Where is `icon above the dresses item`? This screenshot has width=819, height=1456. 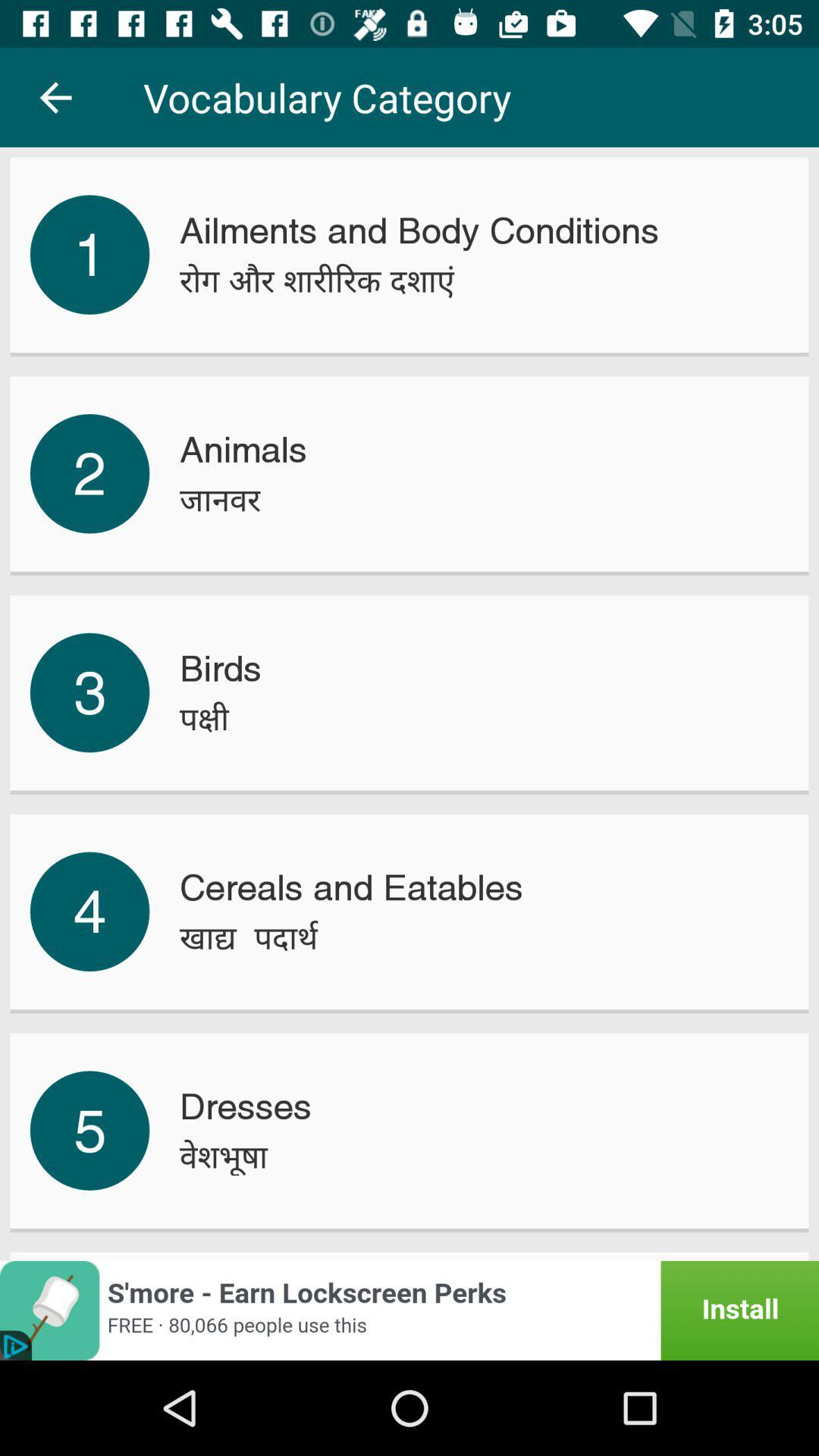
icon above the dresses item is located at coordinates (248, 937).